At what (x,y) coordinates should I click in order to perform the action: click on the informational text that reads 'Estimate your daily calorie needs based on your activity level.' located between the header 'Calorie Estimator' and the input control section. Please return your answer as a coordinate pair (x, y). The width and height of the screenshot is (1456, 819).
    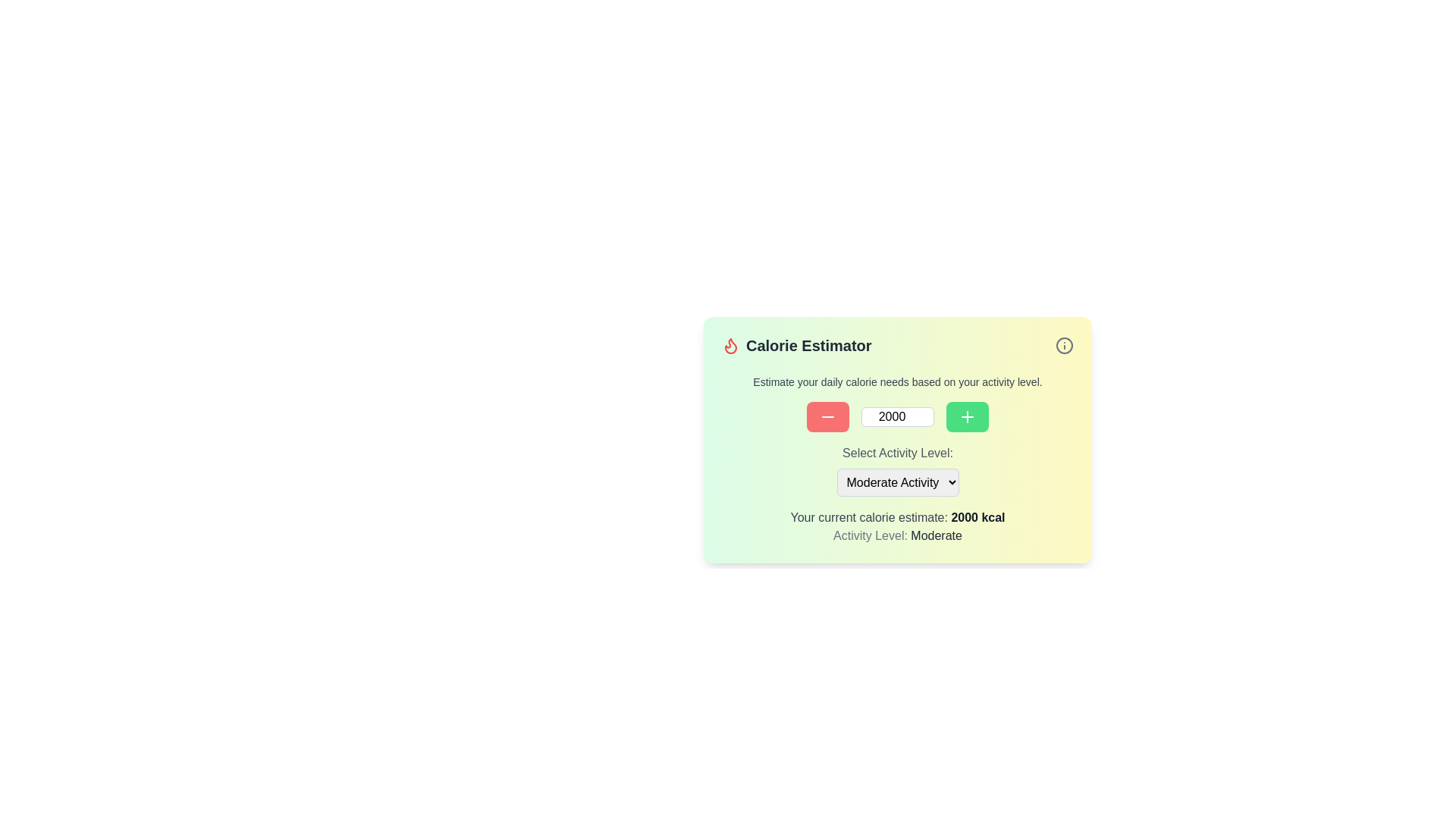
    Looking at the image, I should click on (898, 381).